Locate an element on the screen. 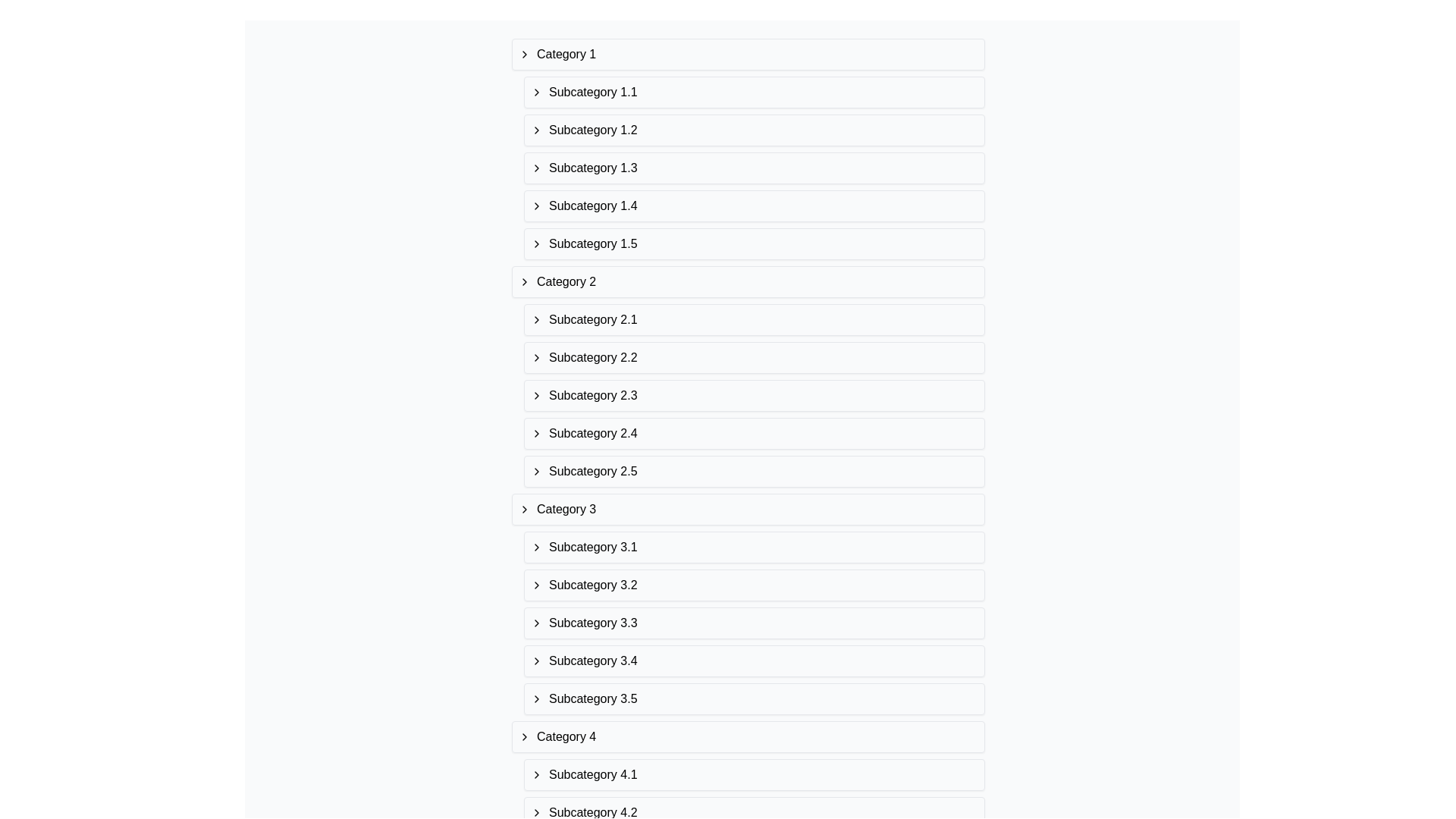 The width and height of the screenshot is (1456, 819). small rightward-pointing arrow icon located to the left of the text 'Subcategory 3.4' for accessibility is located at coordinates (537, 660).